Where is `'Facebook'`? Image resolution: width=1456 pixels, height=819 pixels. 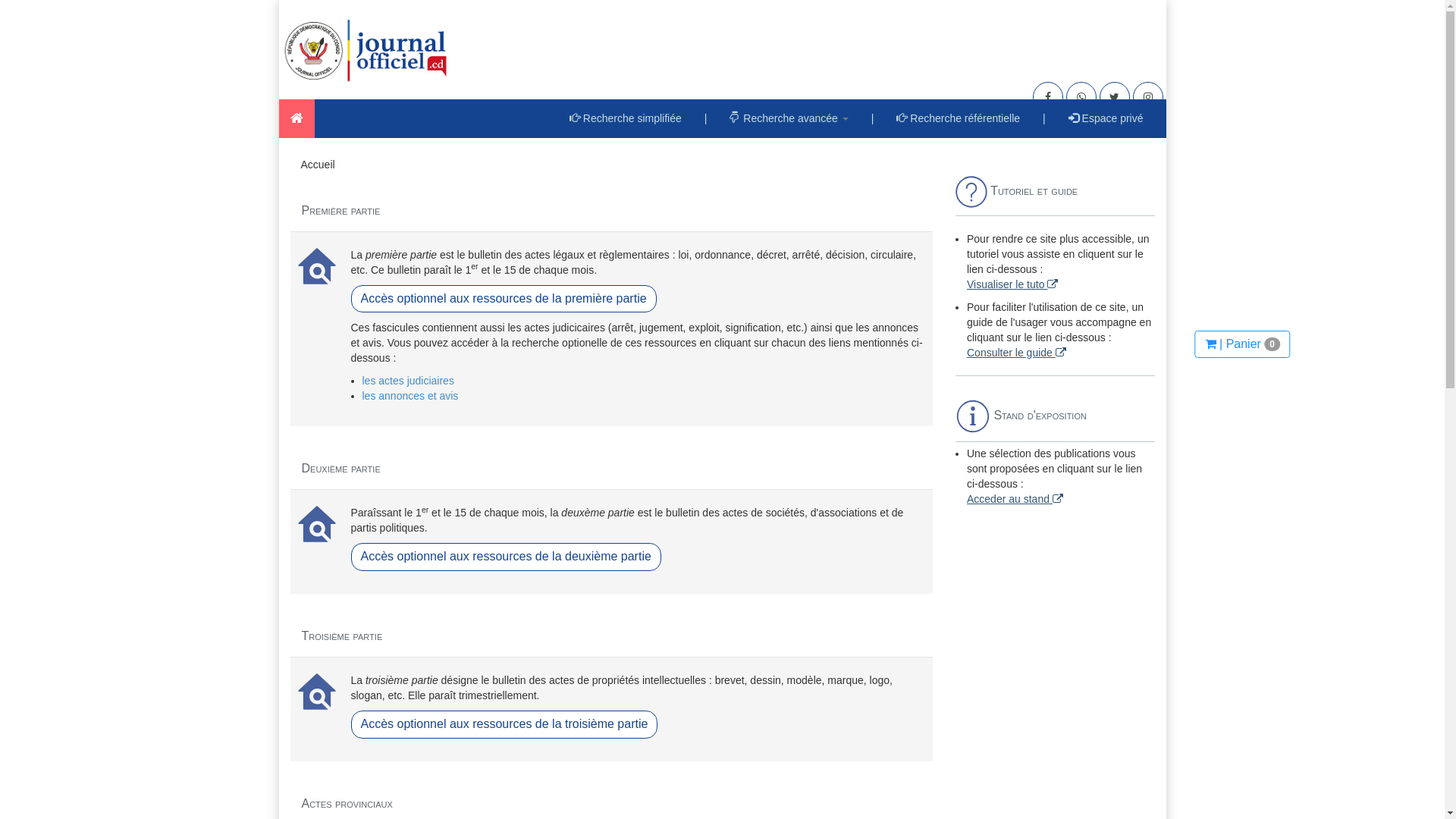
'Facebook' is located at coordinates (1047, 96).